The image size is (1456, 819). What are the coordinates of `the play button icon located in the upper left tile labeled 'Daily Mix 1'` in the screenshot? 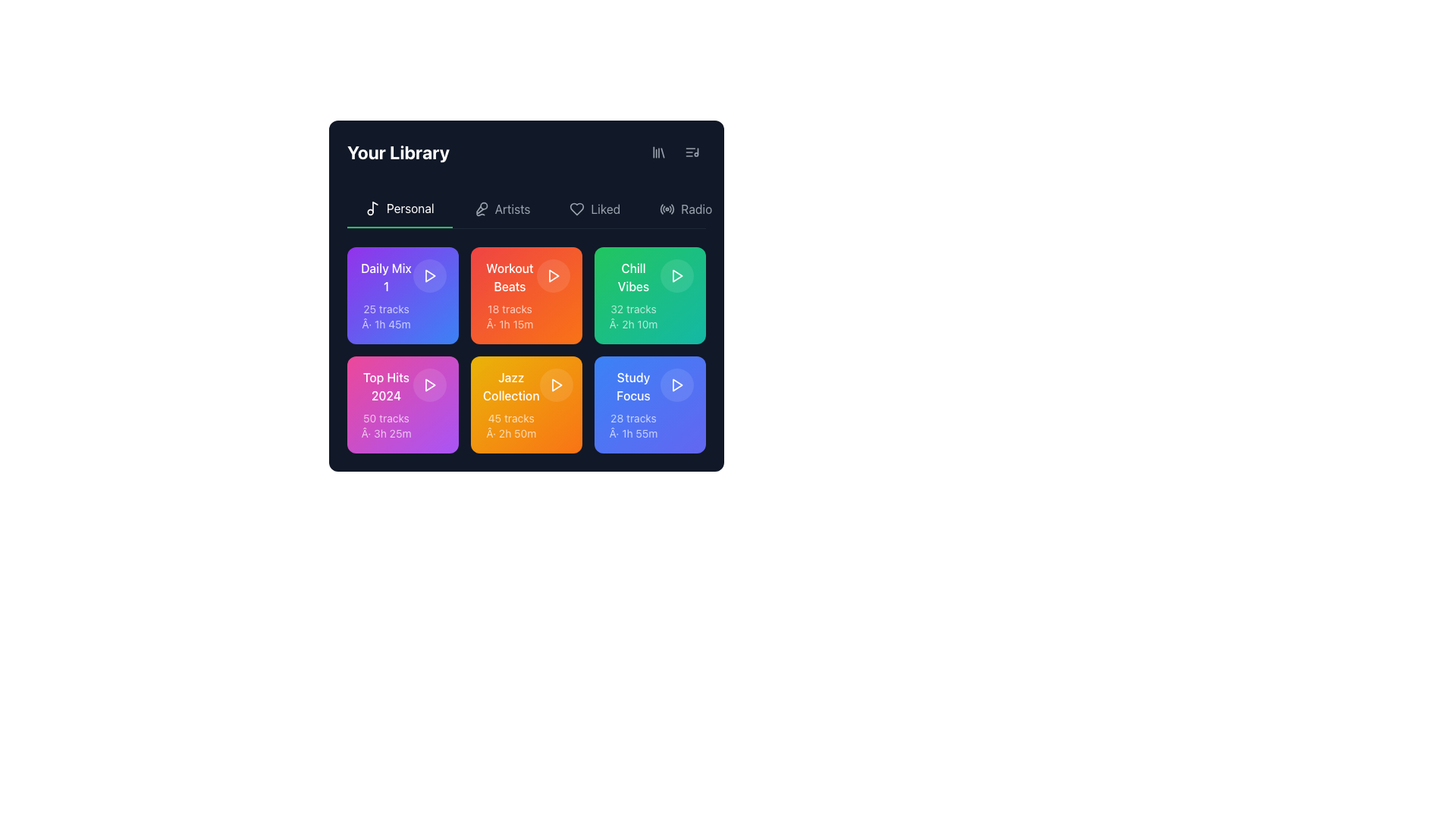 It's located at (429, 275).